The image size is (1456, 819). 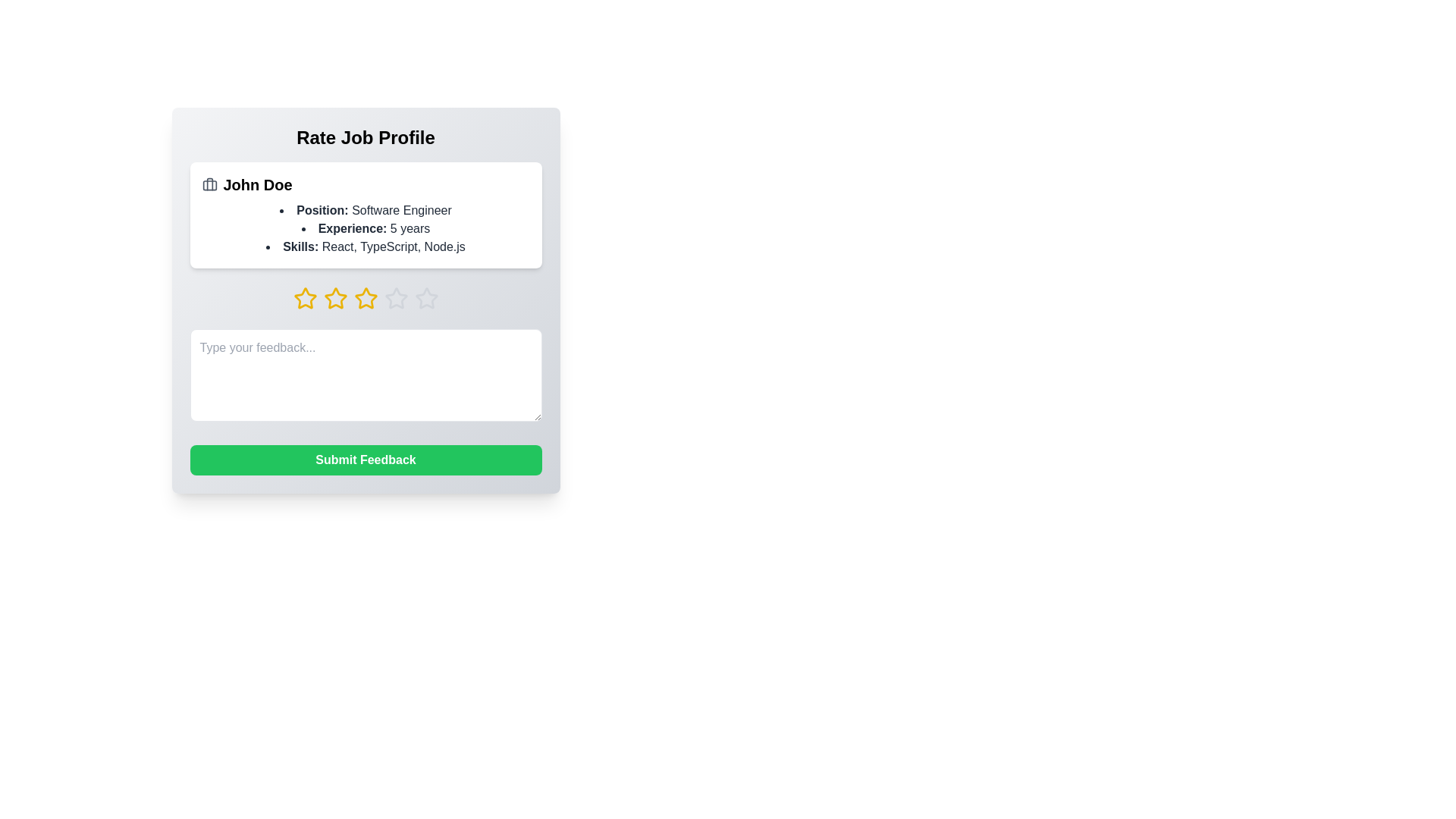 I want to click on the fifth star in the horizontal row of stars, so click(x=425, y=298).